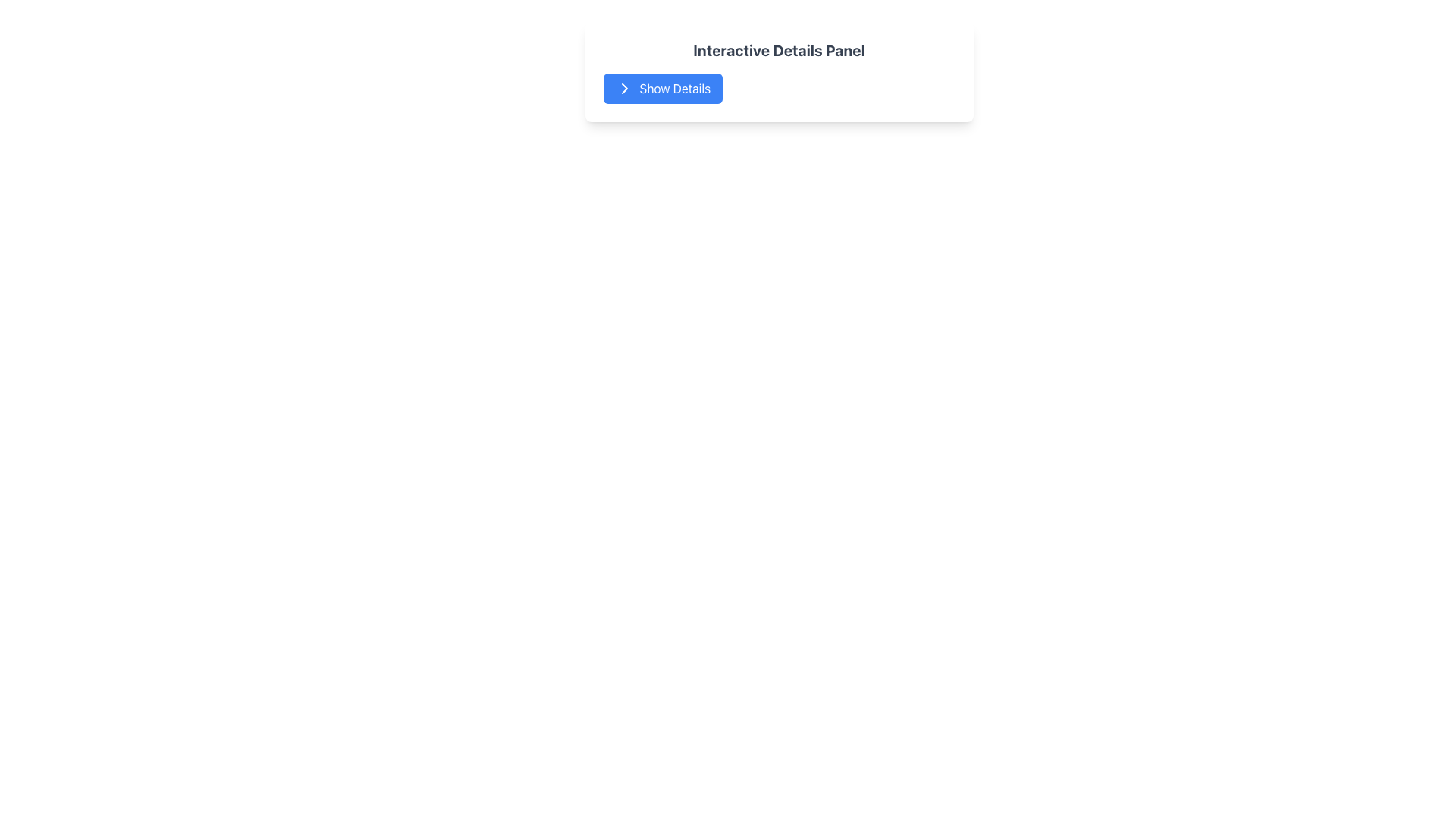 Image resolution: width=1456 pixels, height=819 pixels. What do you see at coordinates (624, 88) in the screenshot?
I see `the small triangular arrow pointing to the right, which is part of the 'Show Details' button within the SVG graphic` at bounding box center [624, 88].